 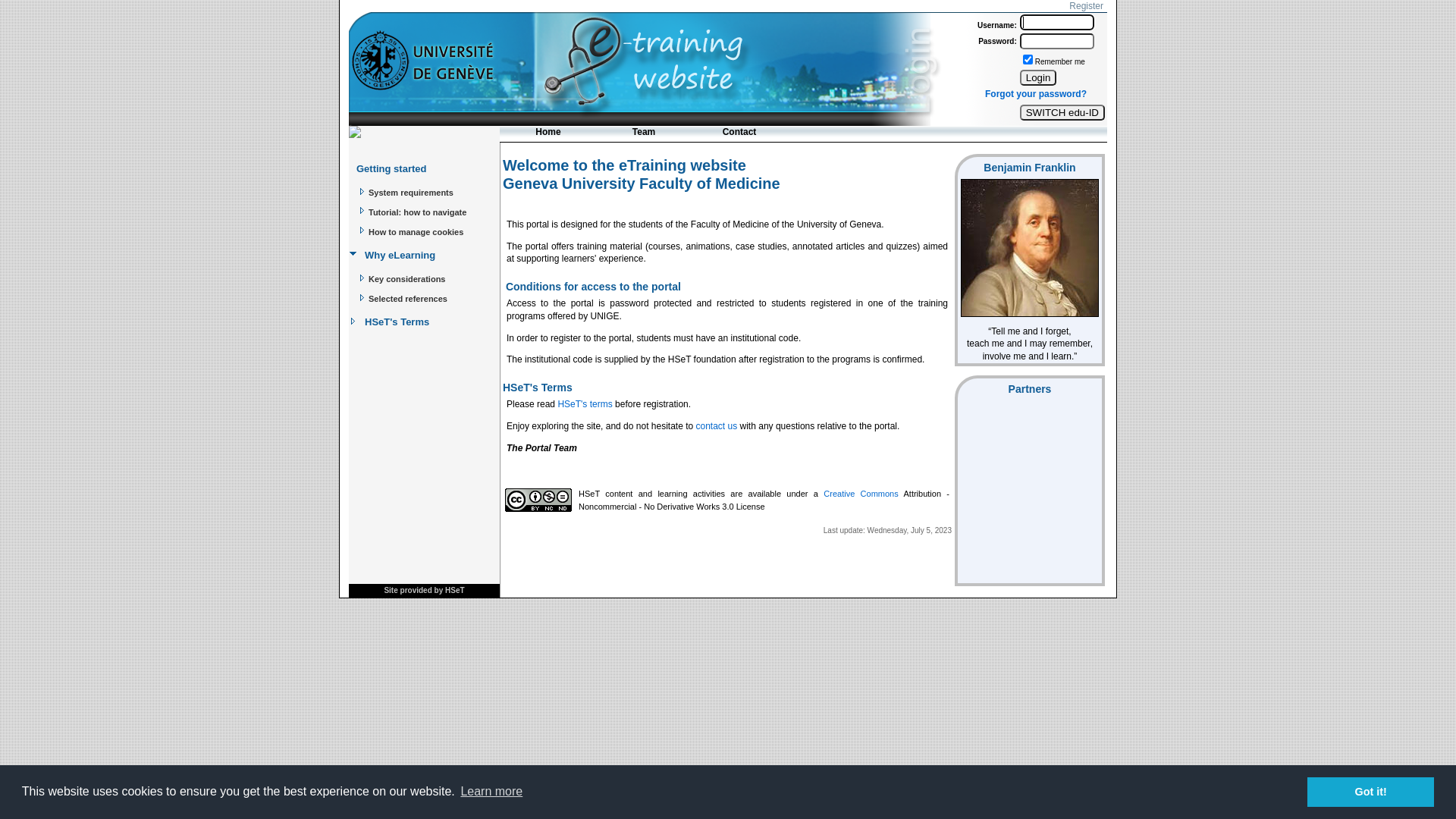 What do you see at coordinates (1056, 40) in the screenshot?
I see `'Password'` at bounding box center [1056, 40].